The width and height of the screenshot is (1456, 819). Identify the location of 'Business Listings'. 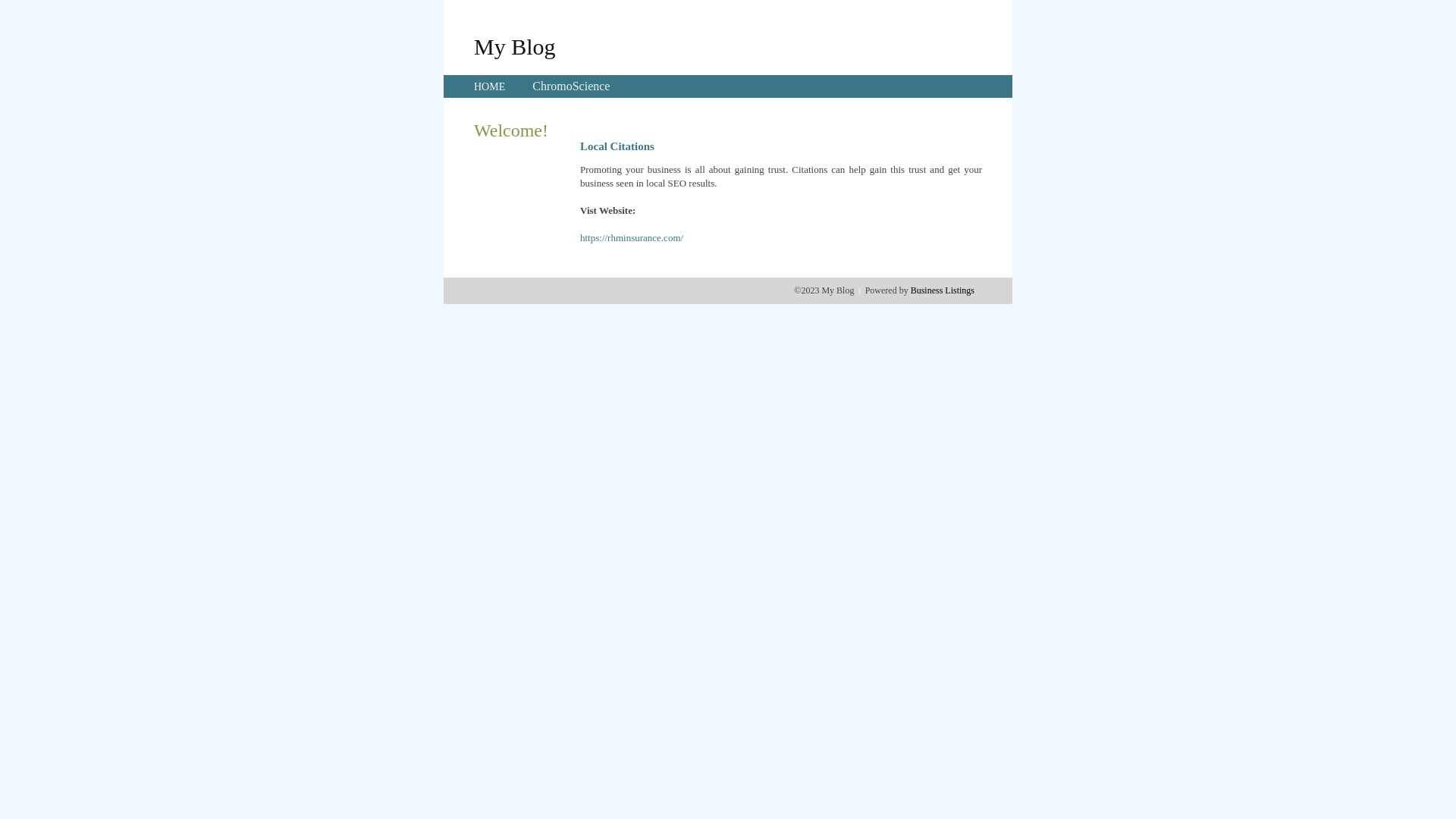
(942, 290).